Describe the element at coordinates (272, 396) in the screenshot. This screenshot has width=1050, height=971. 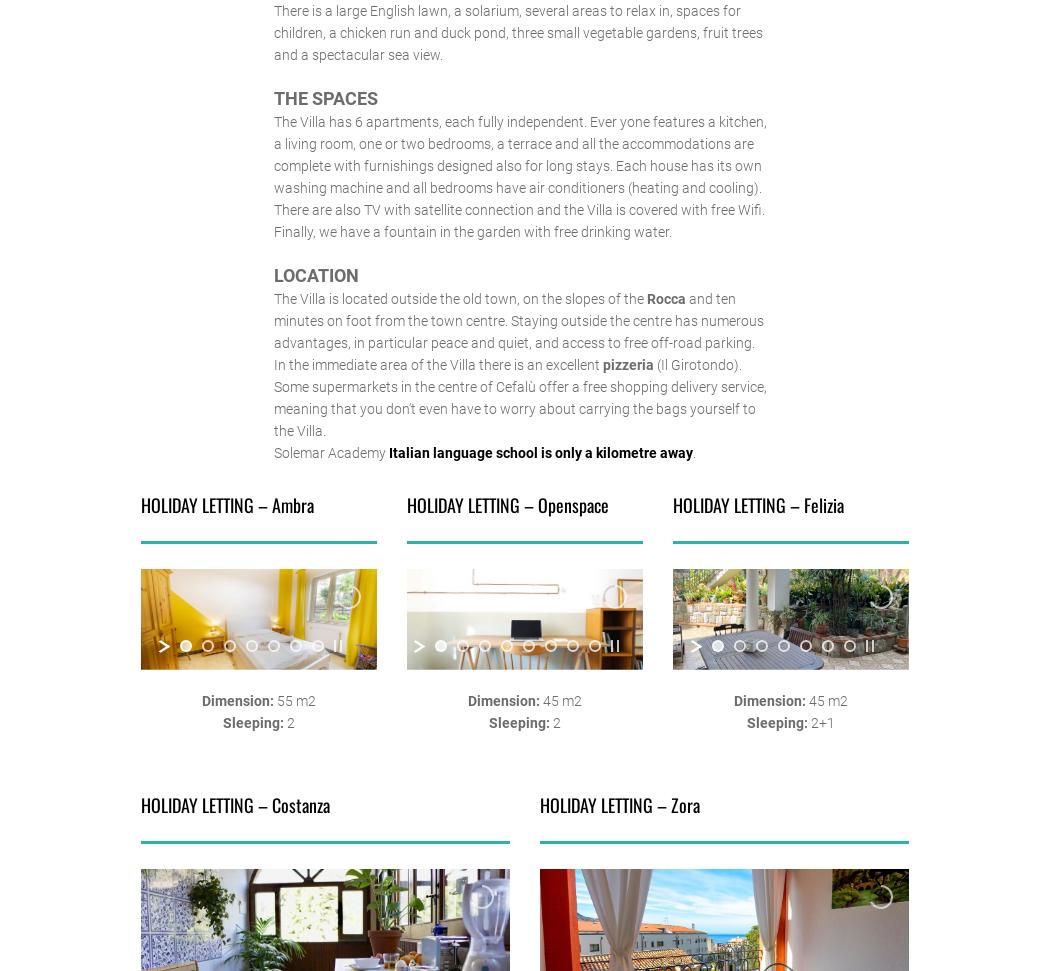
I see `'(Il Girotondo). Some supermarkets in the centre of Cefalù offer a free shopping delivery service, meaning that you don’t even have to worry about carrying the bags yourself to the Villa.'` at that location.